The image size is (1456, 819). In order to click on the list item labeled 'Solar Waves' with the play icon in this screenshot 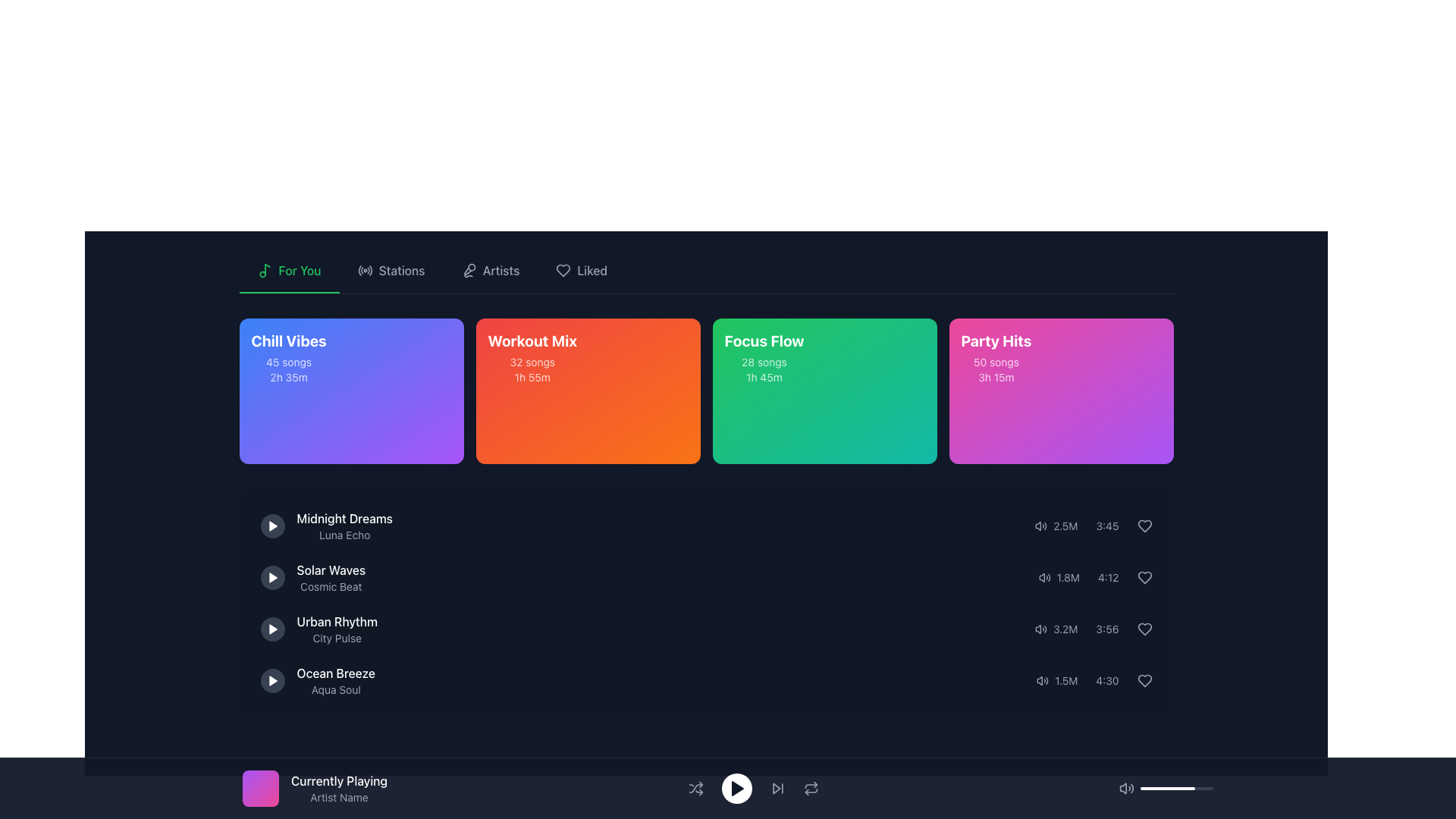, I will do `click(312, 578)`.